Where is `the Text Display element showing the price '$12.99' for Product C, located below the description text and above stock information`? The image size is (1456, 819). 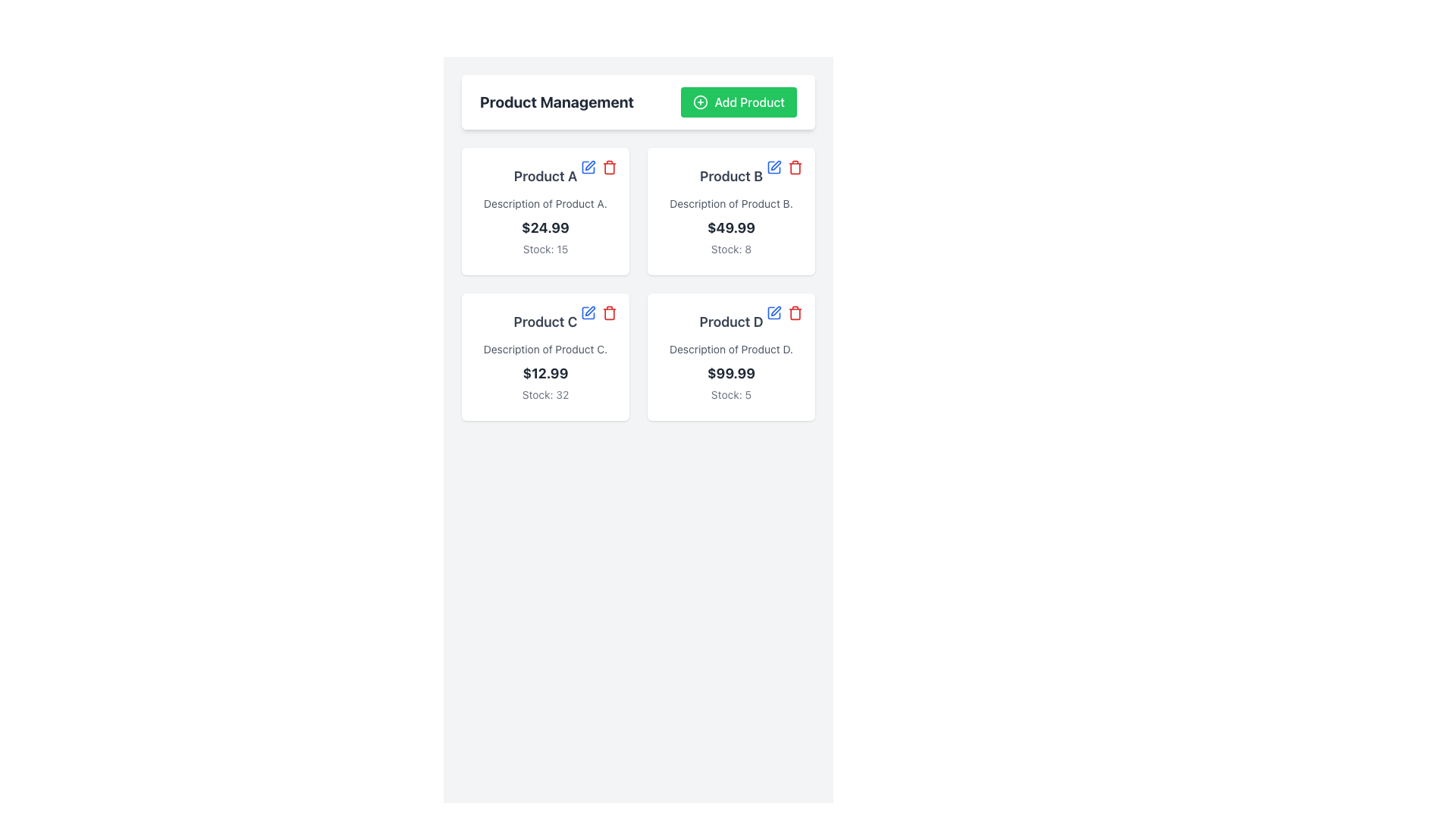 the Text Display element showing the price '$12.99' for Product C, located below the description text and above stock information is located at coordinates (545, 374).